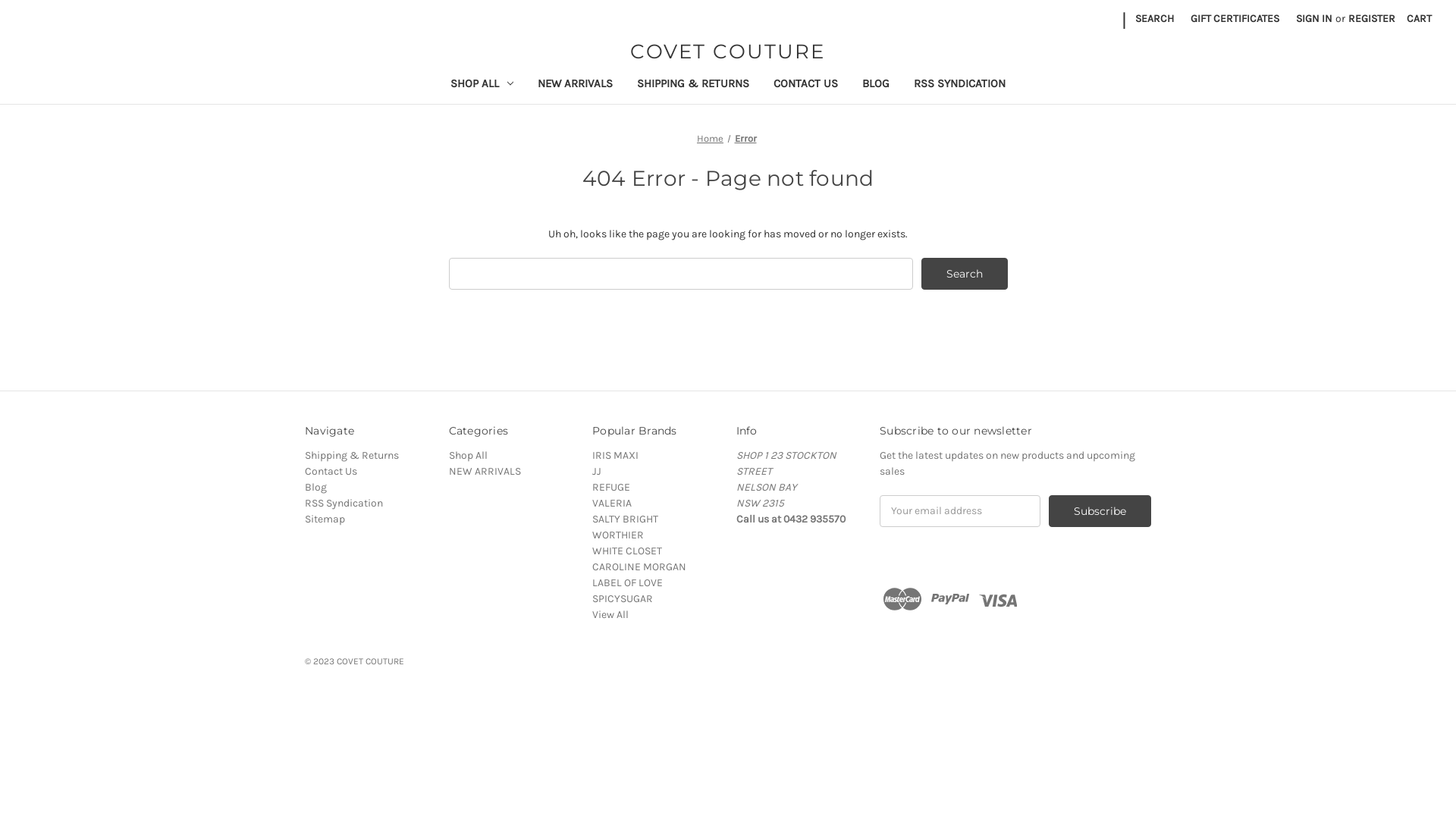 The image size is (1456, 819). What do you see at coordinates (622, 598) in the screenshot?
I see `'SPICYSUGAR'` at bounding box center [622, 598].